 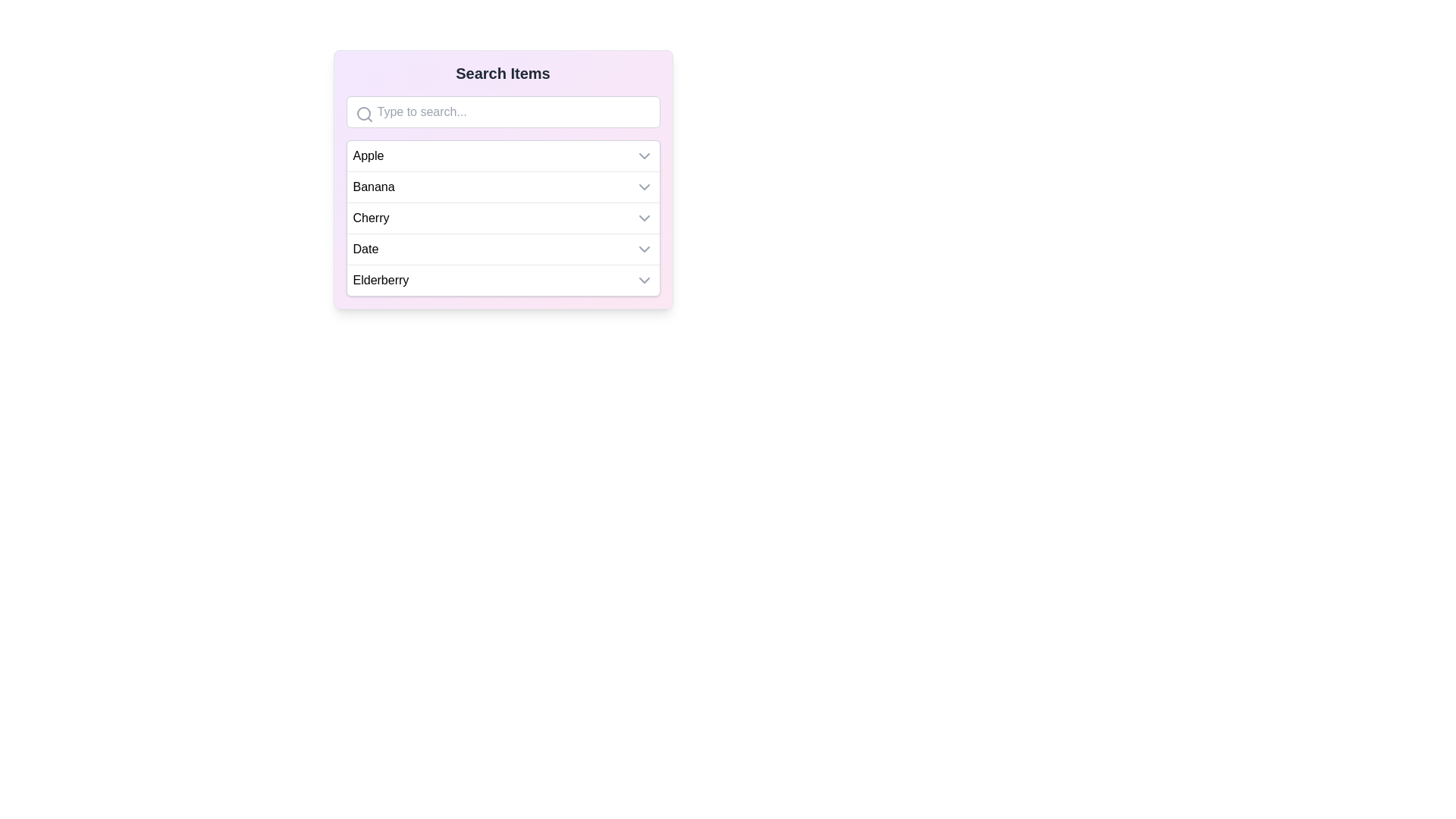 I want to click on the 'Cherry' list item, so click(x=503, y=218).